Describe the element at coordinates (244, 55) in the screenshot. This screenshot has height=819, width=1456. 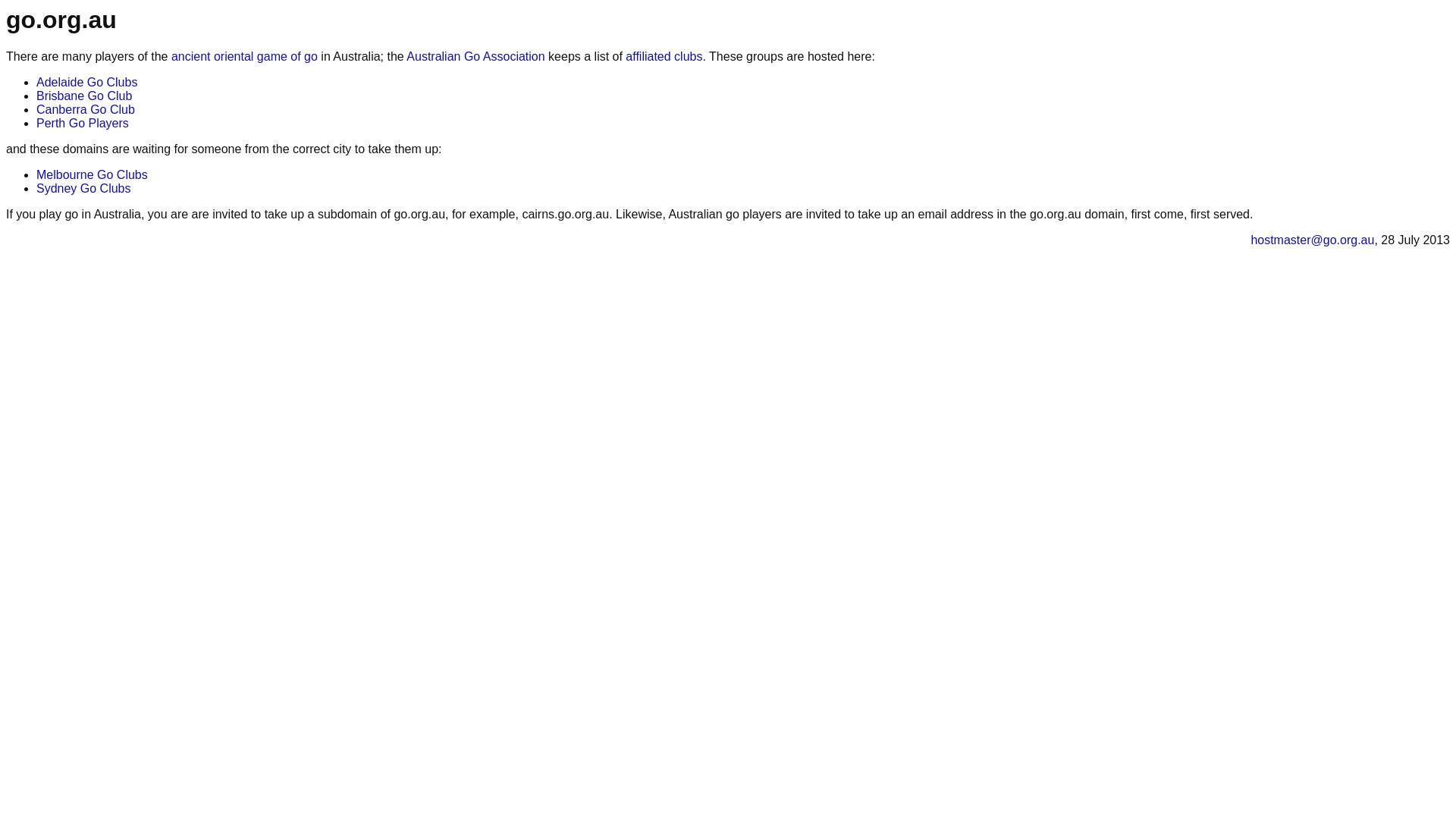
I see `'ancient oriental game of go'` at that location.